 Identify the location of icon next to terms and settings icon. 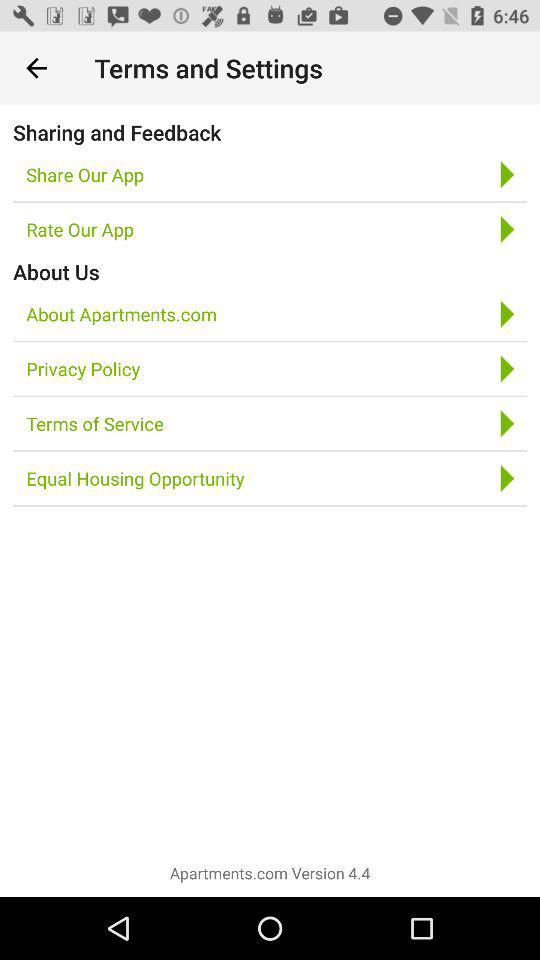
(36, 68).